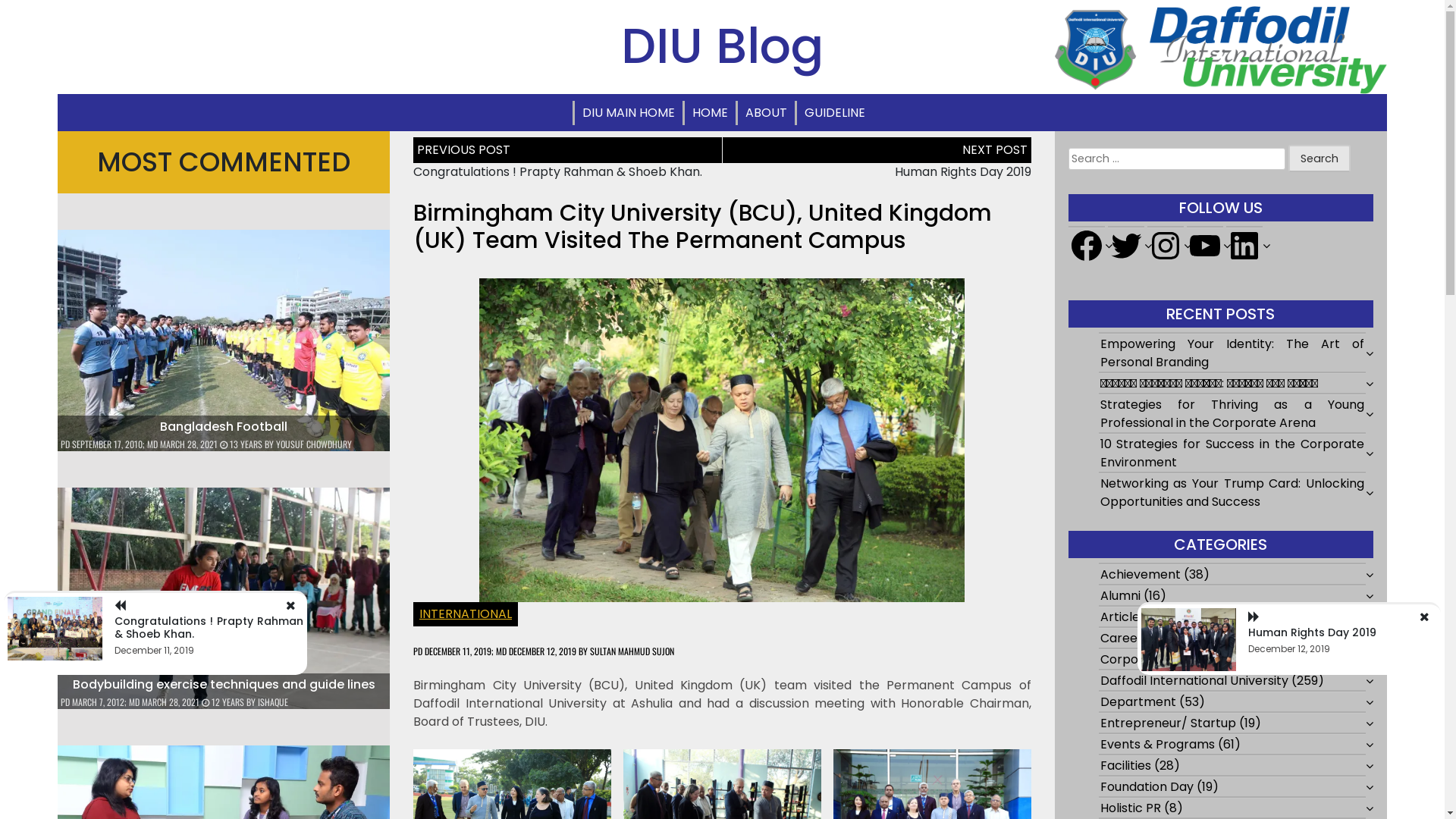 This screenshot has width=1456, height=819. Describe the element at coordinates (795, 112) in the screenshot. I see `'GUIDELINE'` at that location.